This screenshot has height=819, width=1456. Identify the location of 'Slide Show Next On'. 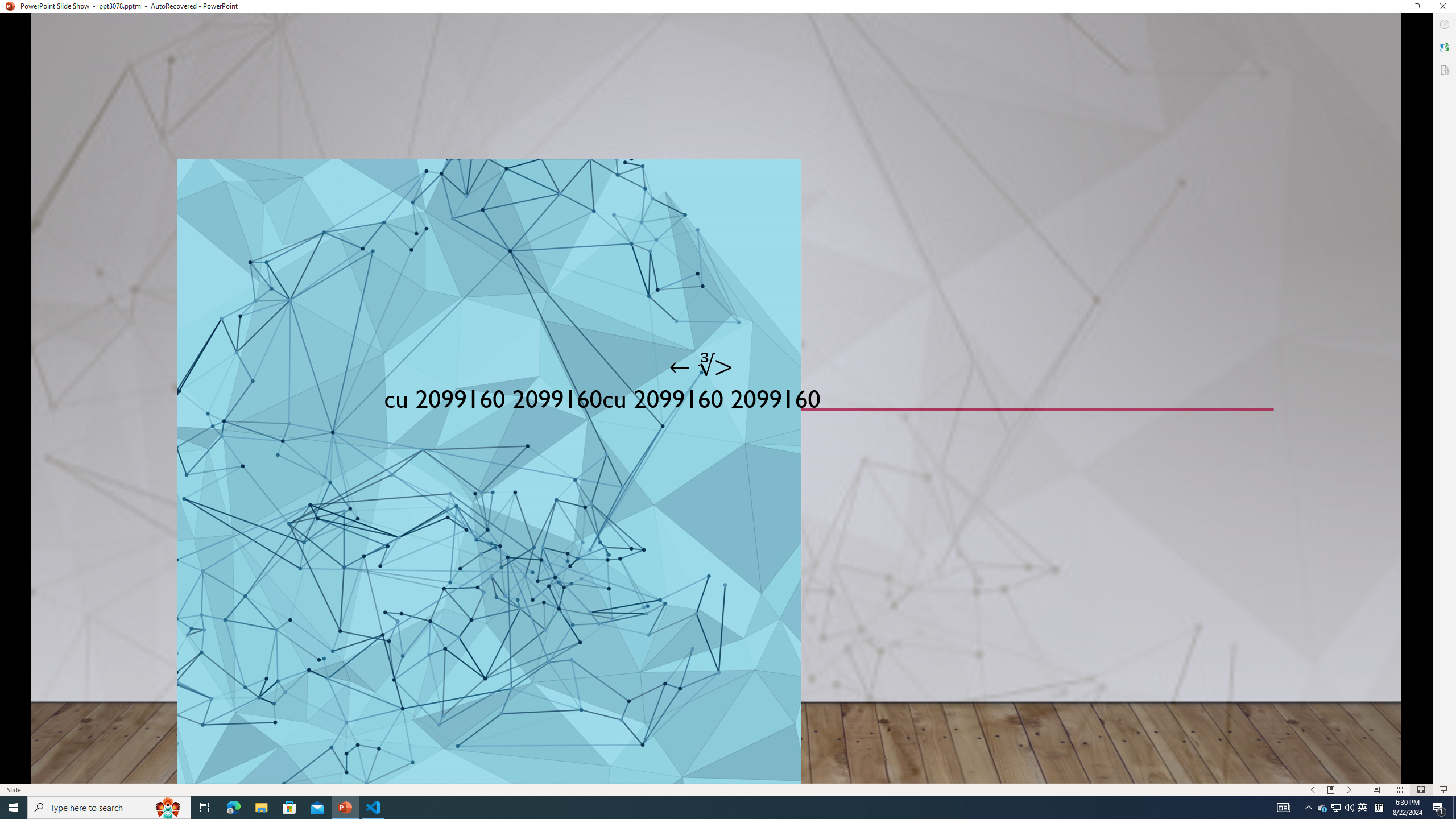
(1349, 790).